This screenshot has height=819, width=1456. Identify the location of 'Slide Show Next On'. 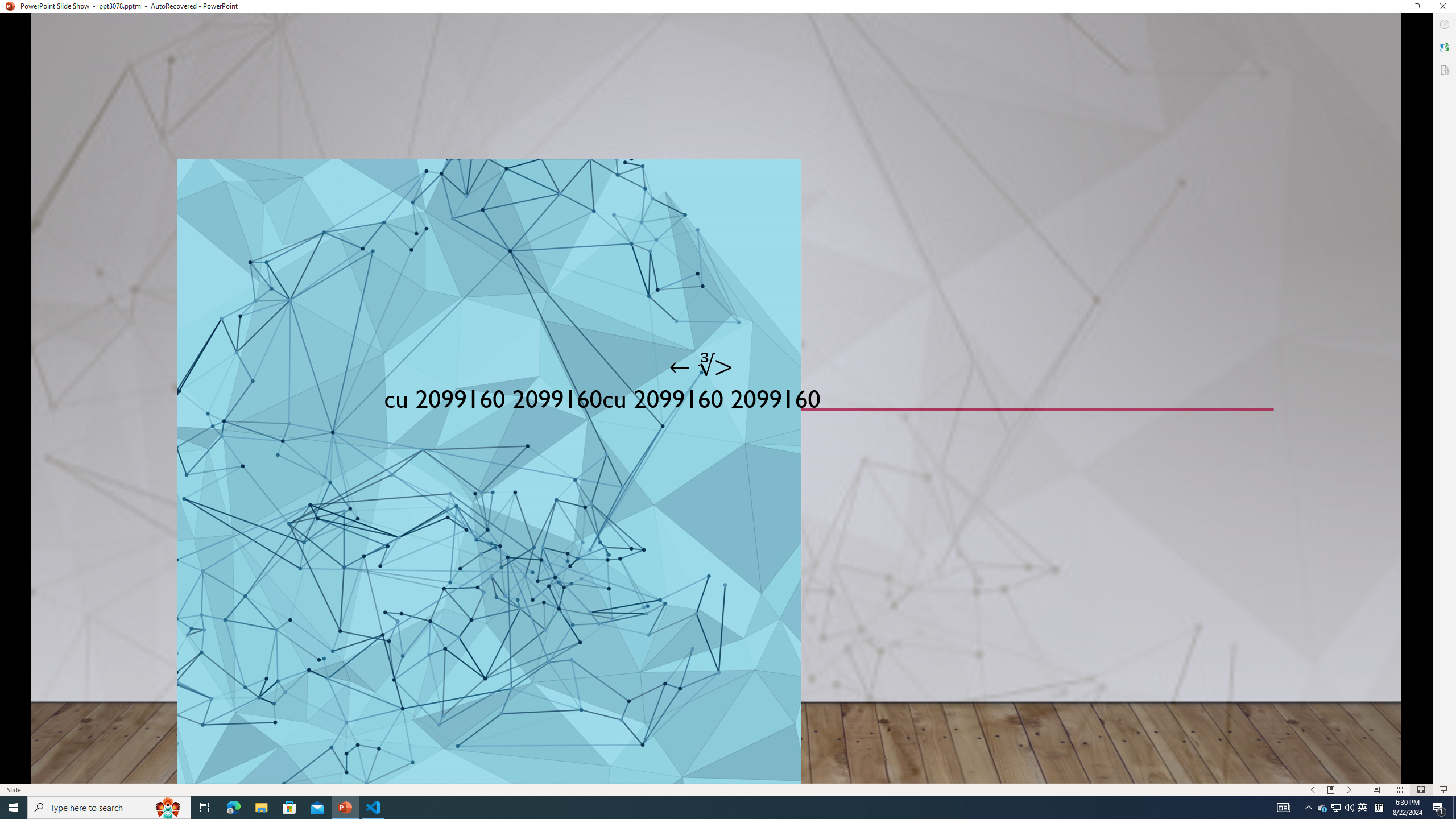
(1349, 790).